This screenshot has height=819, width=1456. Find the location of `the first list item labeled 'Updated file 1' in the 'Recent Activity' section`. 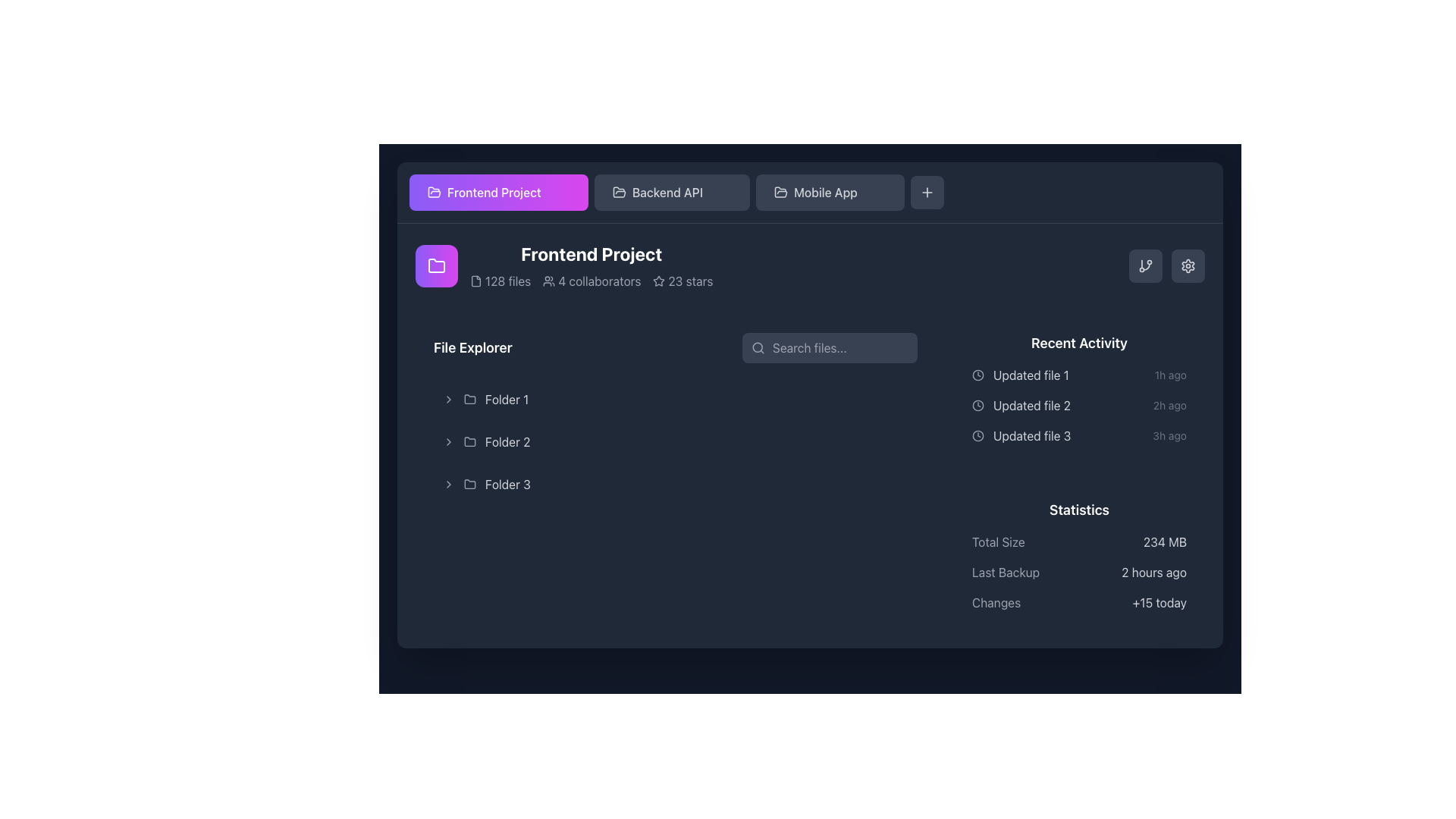

the first list item labeled 'Updated file 1' in the 'Recent Activity' section is located at coordinates (1078, 375).